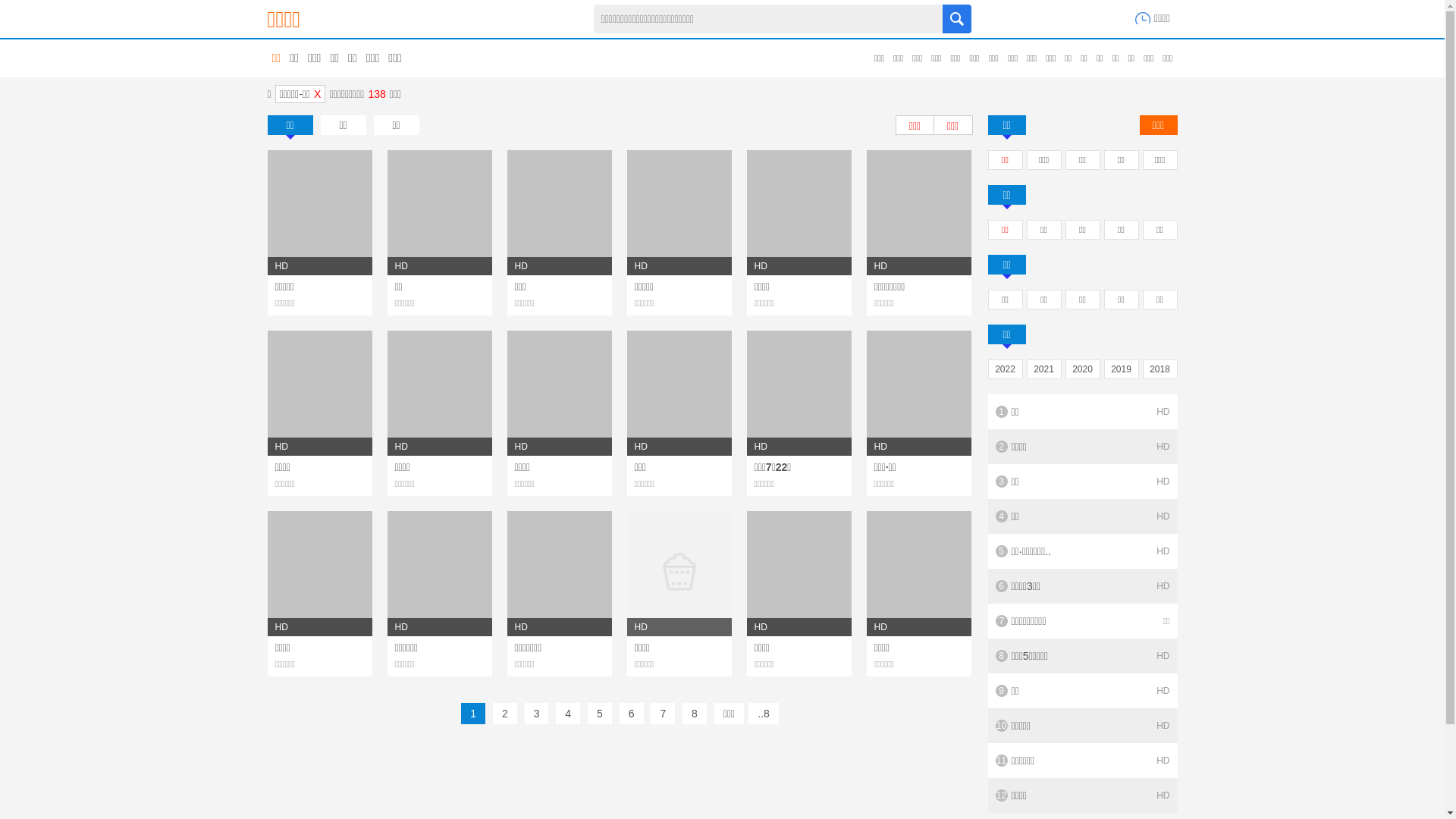 The width and height of the screenshot is (1456, 819). Describe the element at coordinates (505, 714) in the screenshot. I see `'2'` at that location.